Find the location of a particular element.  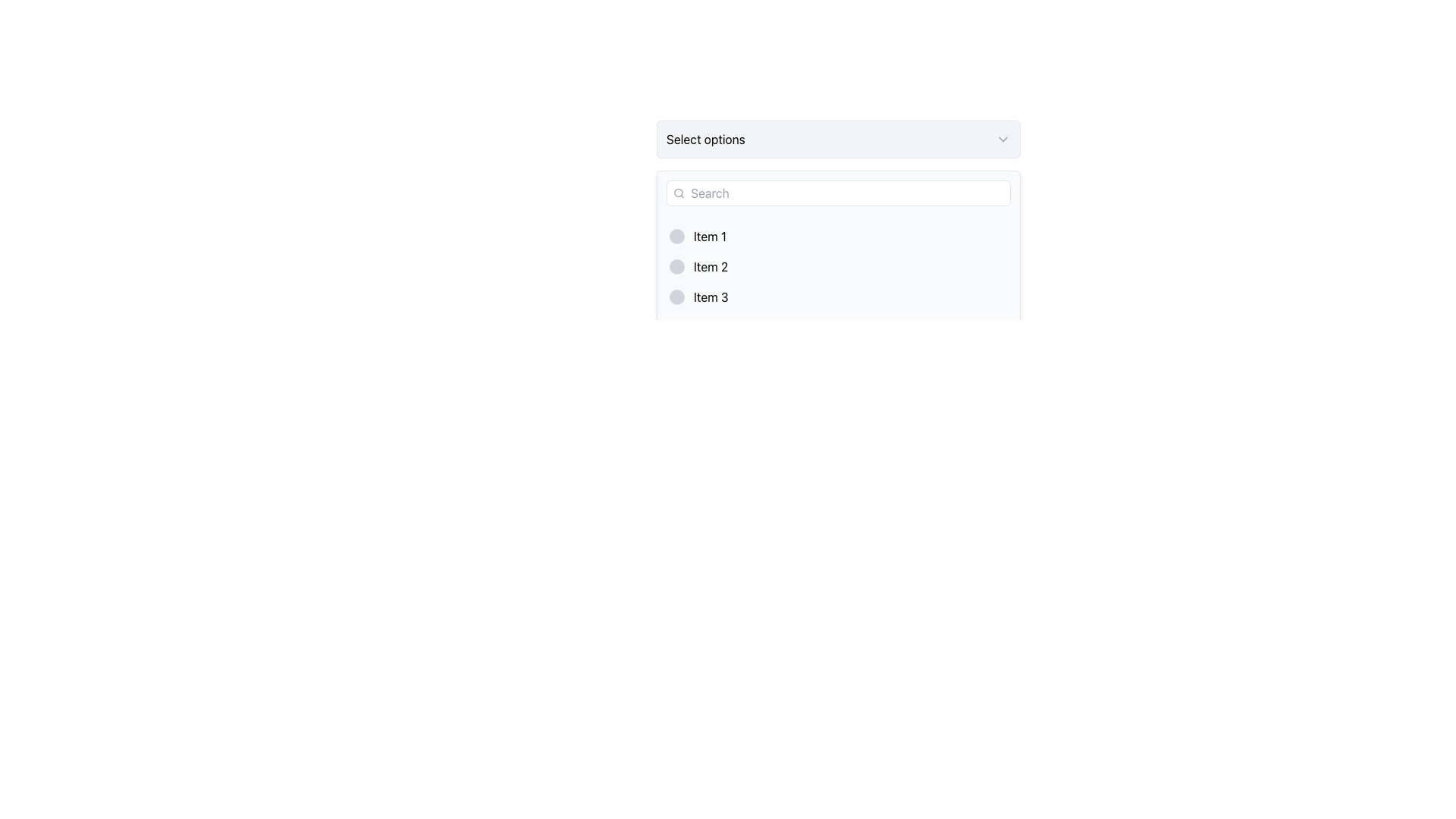

the first selectable list item labeled 'Item 1' in the dropdown menu is located at coordinates (837, 237).